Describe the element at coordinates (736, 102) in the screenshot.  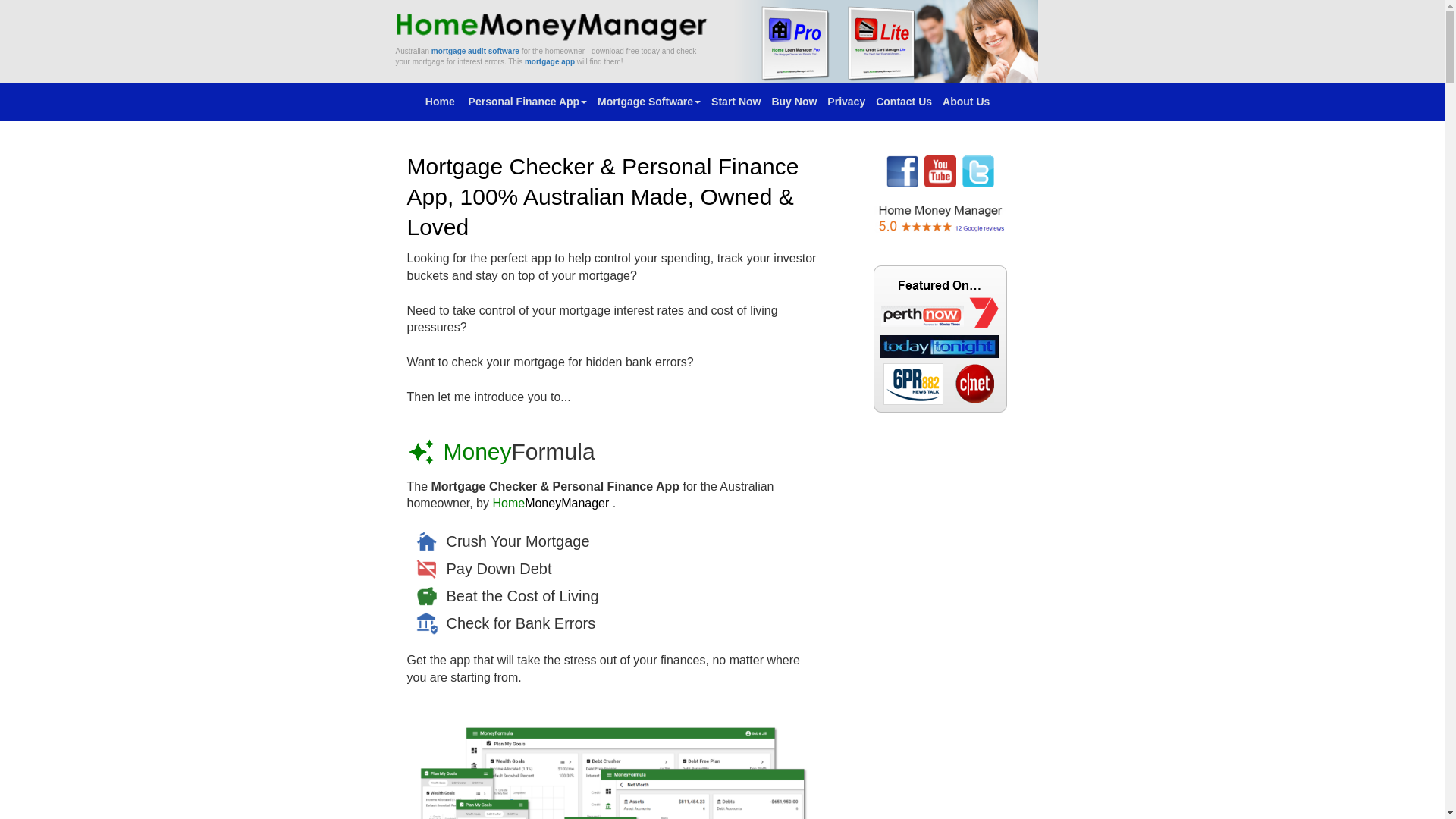
I see `'Start Now'` at that location.